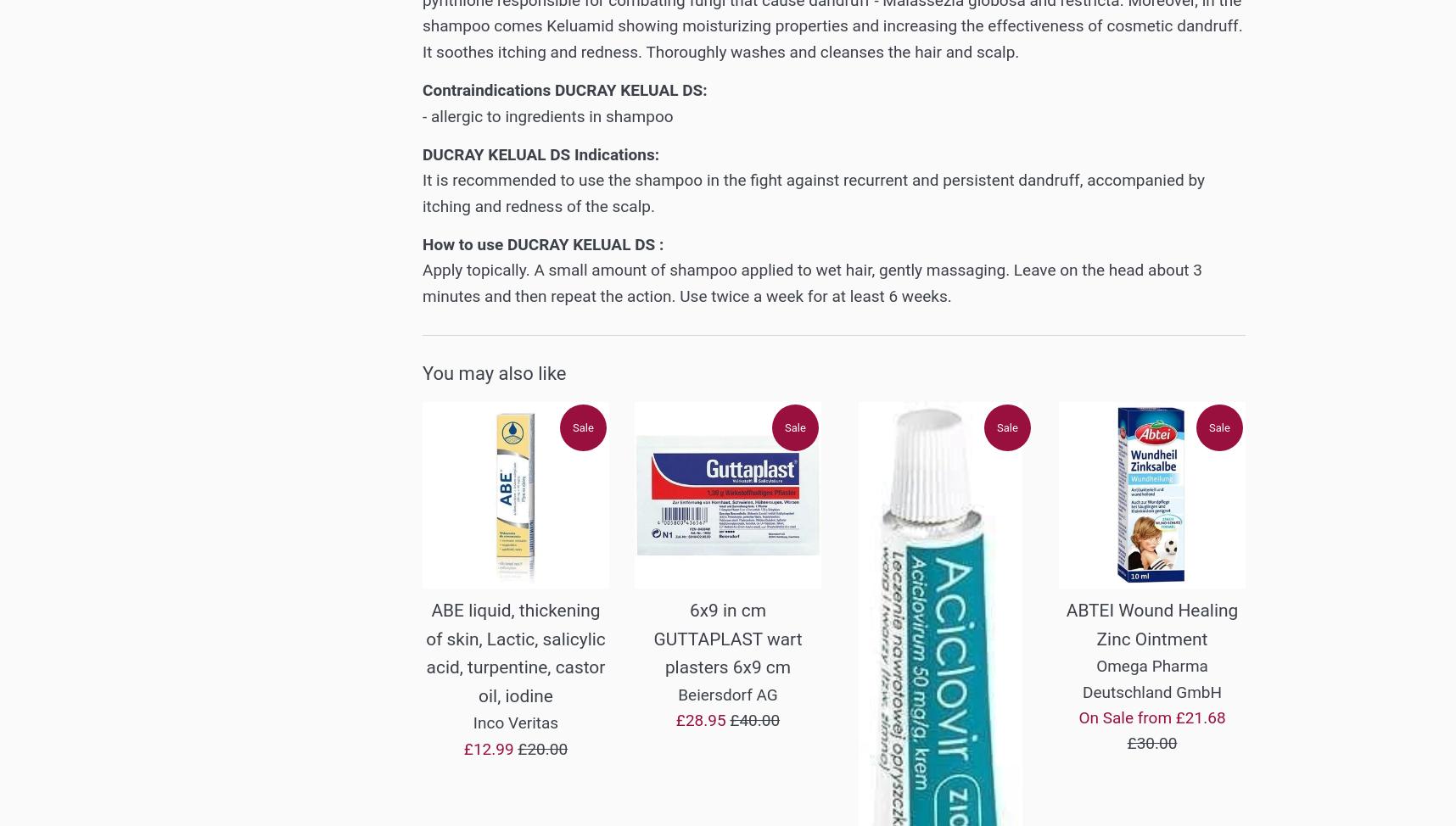 This screenshot has height=826, width=1456. I want to click on 'Beiersdorf AG', so click(677, 694).